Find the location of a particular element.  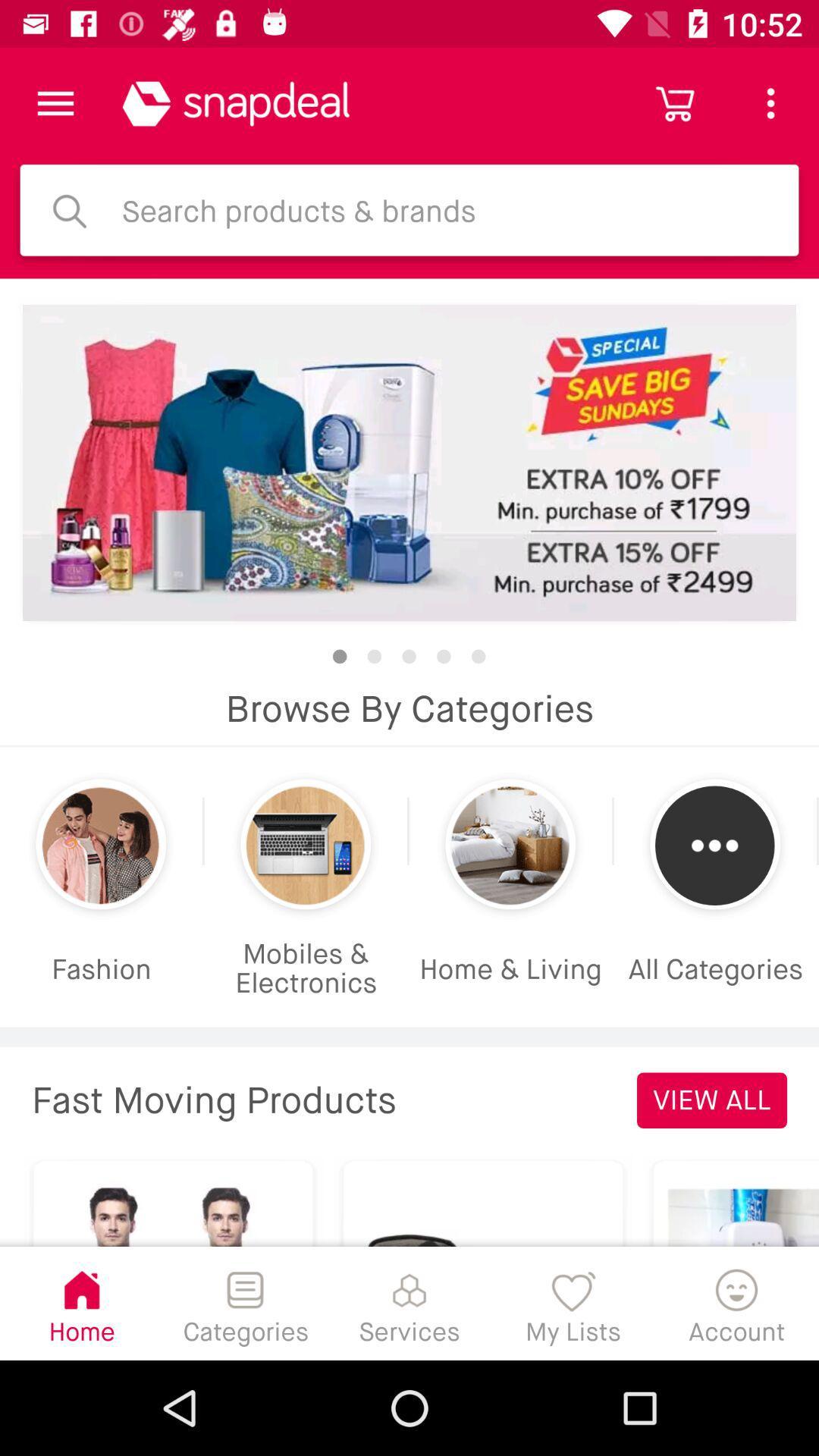

the icon to the right of the my lists item is located at coordinates (736, 1302).